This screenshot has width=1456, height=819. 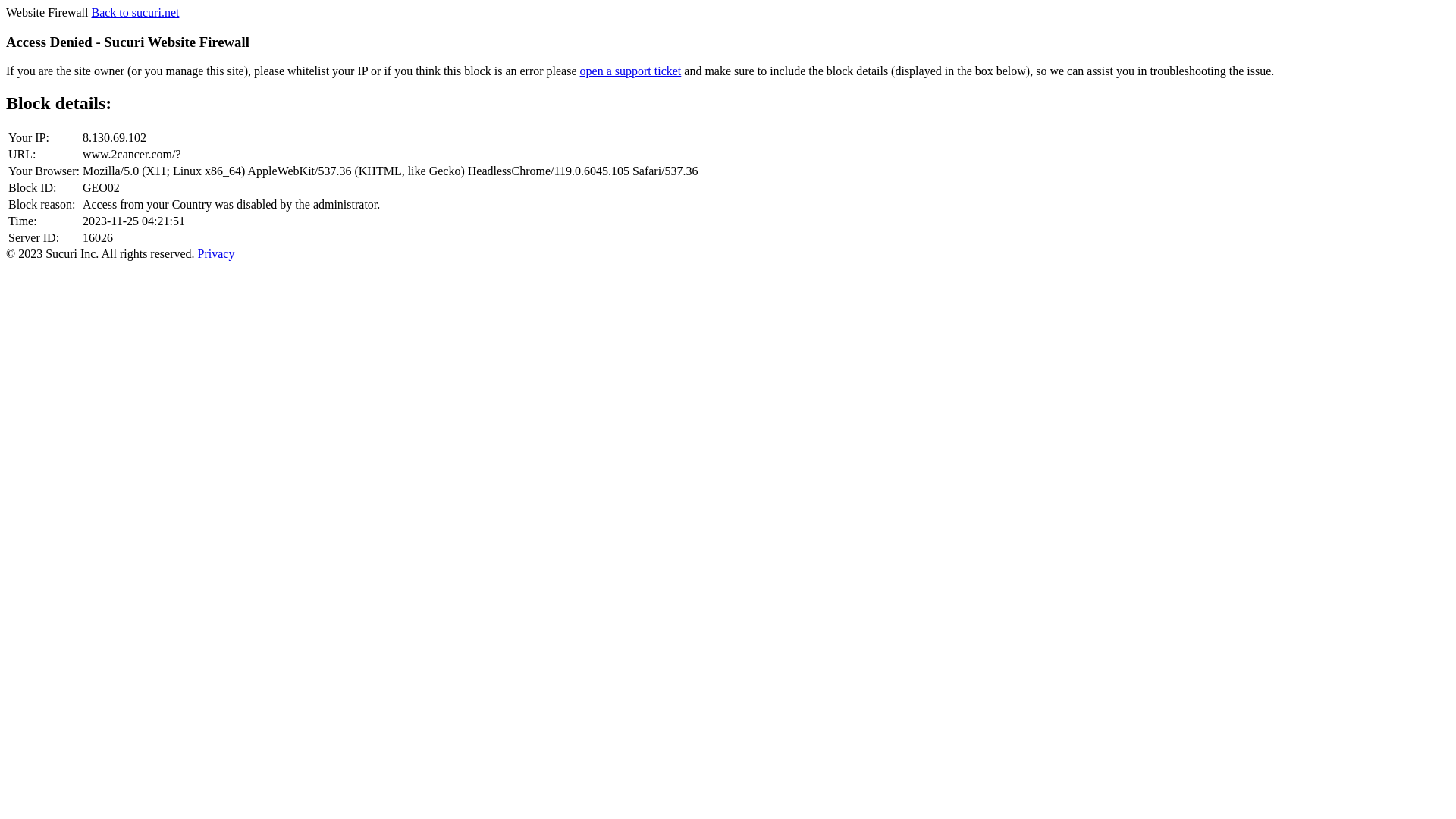 I want to click on 'Privacy', so click(x=215, y=253).